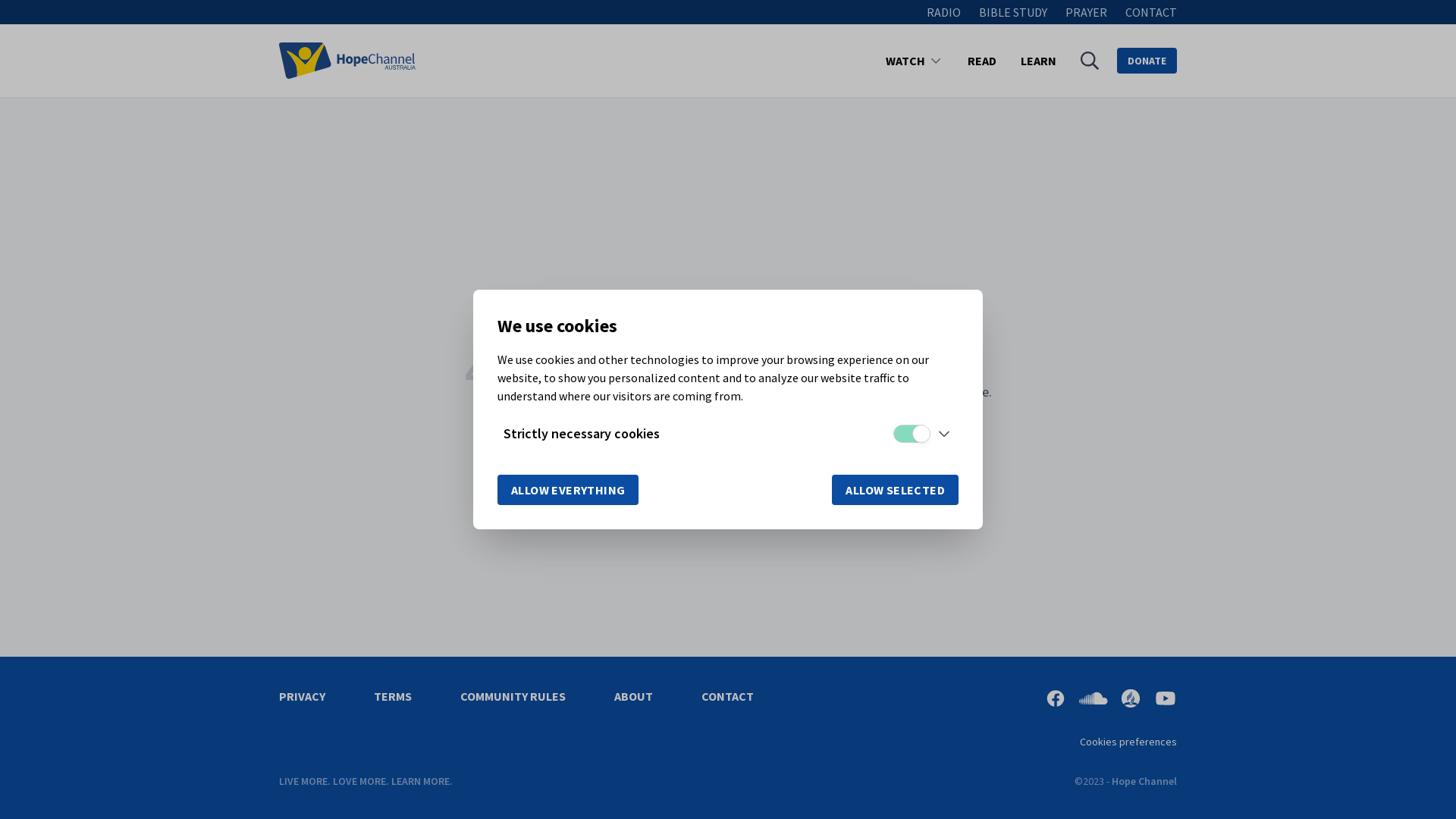 The image size is (1456, 819). Describe the element at coordinates (895, 489) in the screenshot. I see `'ALLOW SELECTED'` at that location.